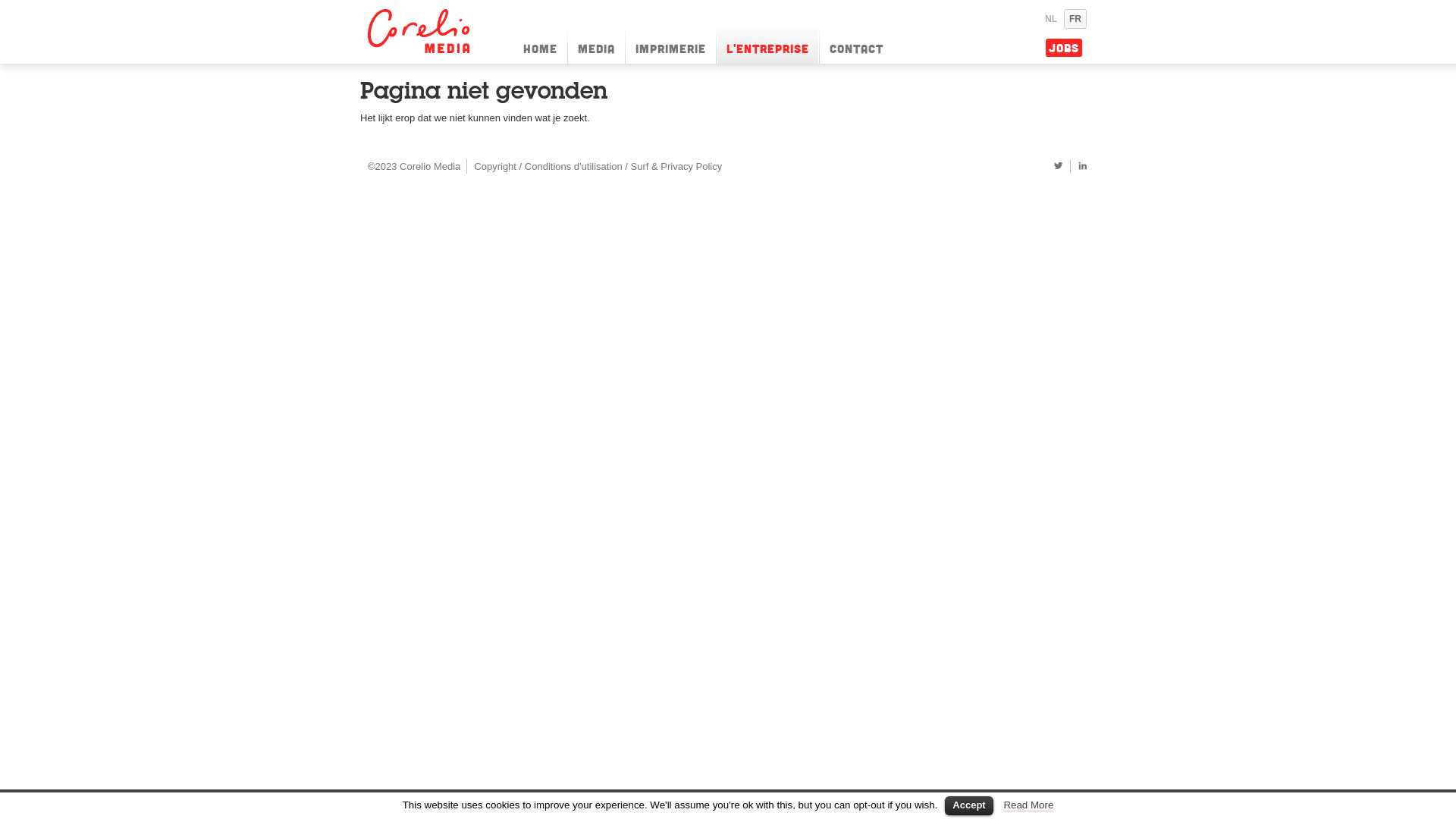 The width and height of the screenshot is (1456, 819). What do you see at coordinates (1074, 18) in the screenshot?
I see `'FR'` at bounding box center [1074, 18].